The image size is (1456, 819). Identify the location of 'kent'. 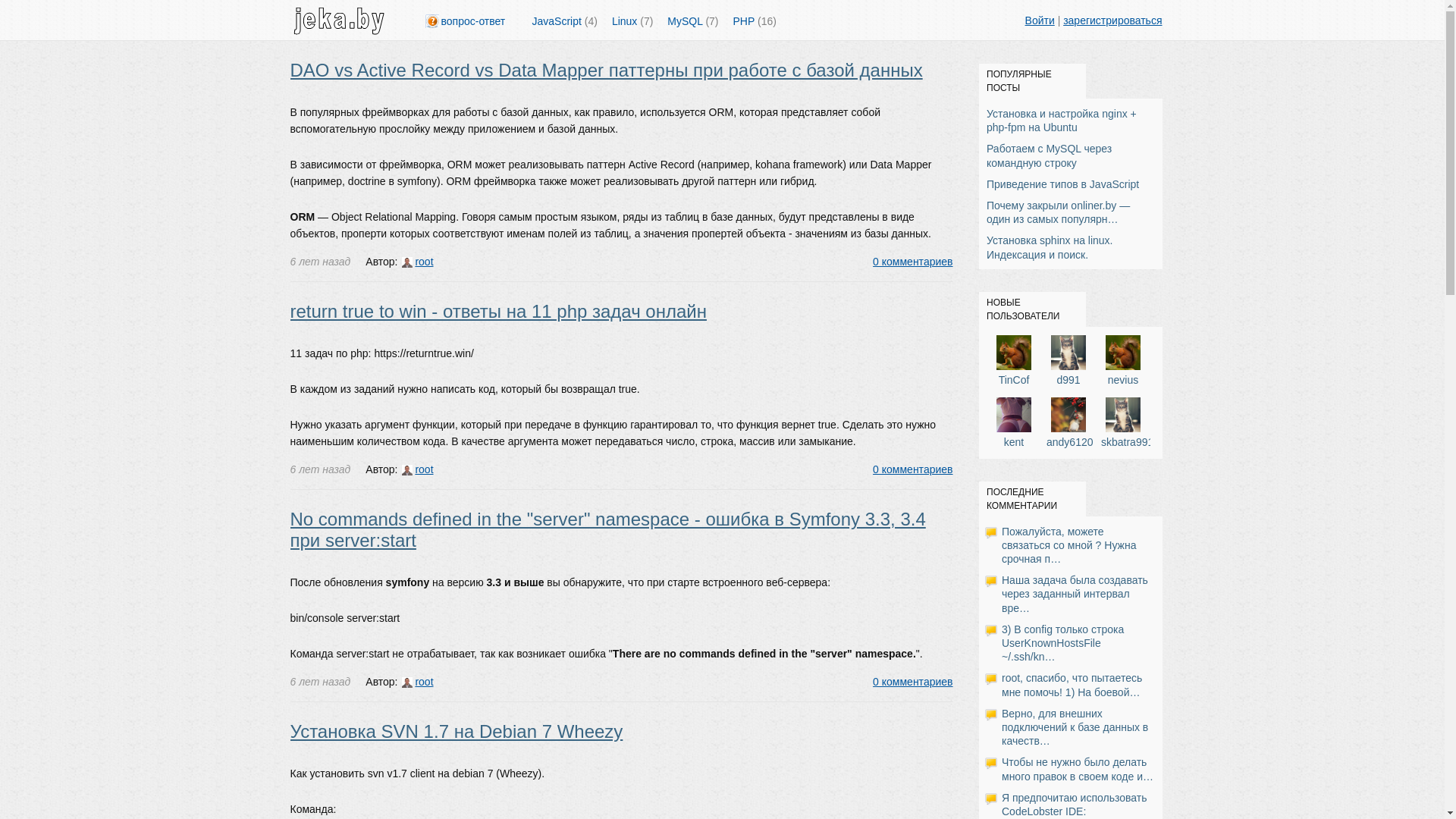
(1014, 435).